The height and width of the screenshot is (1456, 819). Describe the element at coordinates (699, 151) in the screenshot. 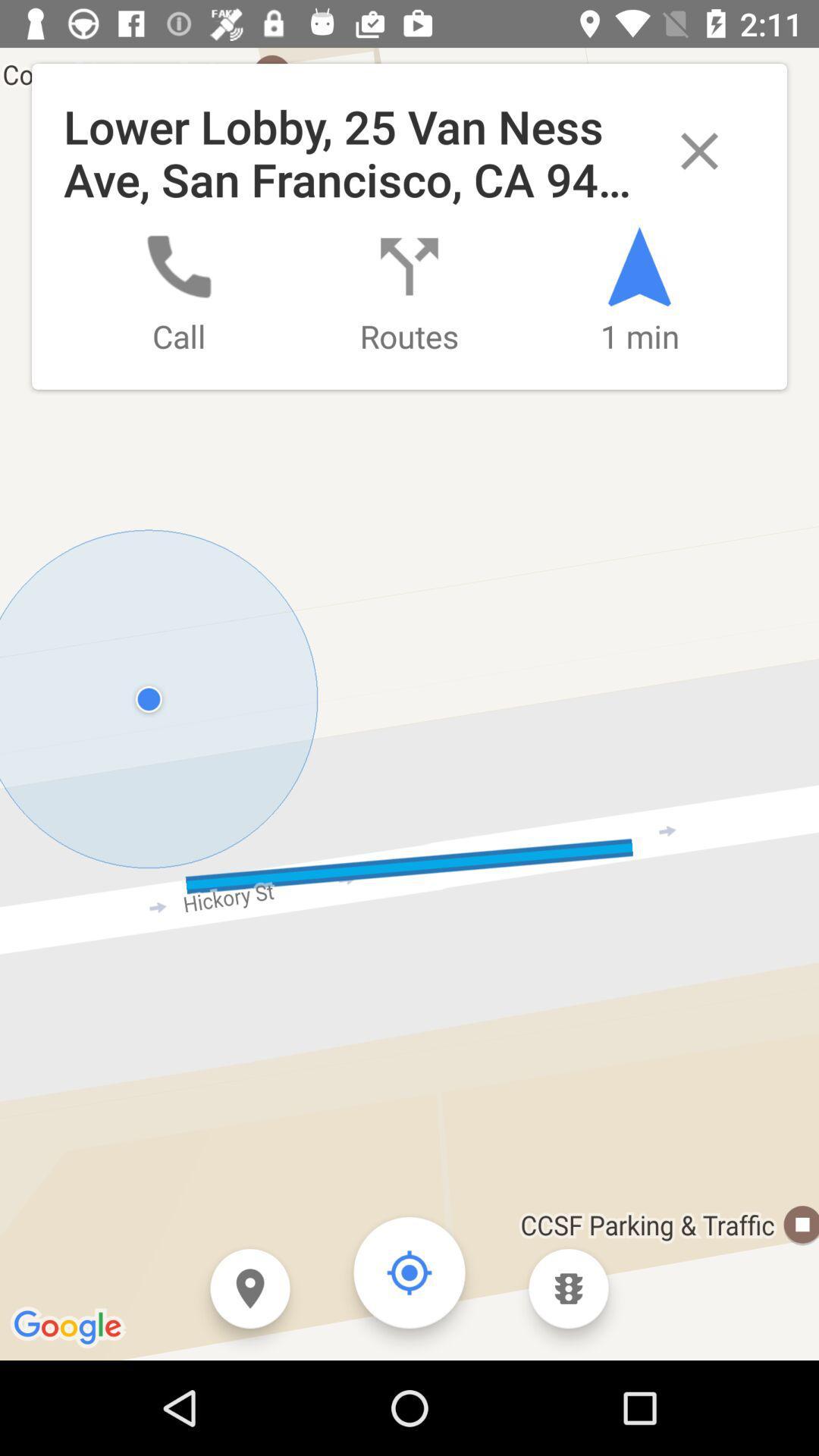

I see `box` at that location.